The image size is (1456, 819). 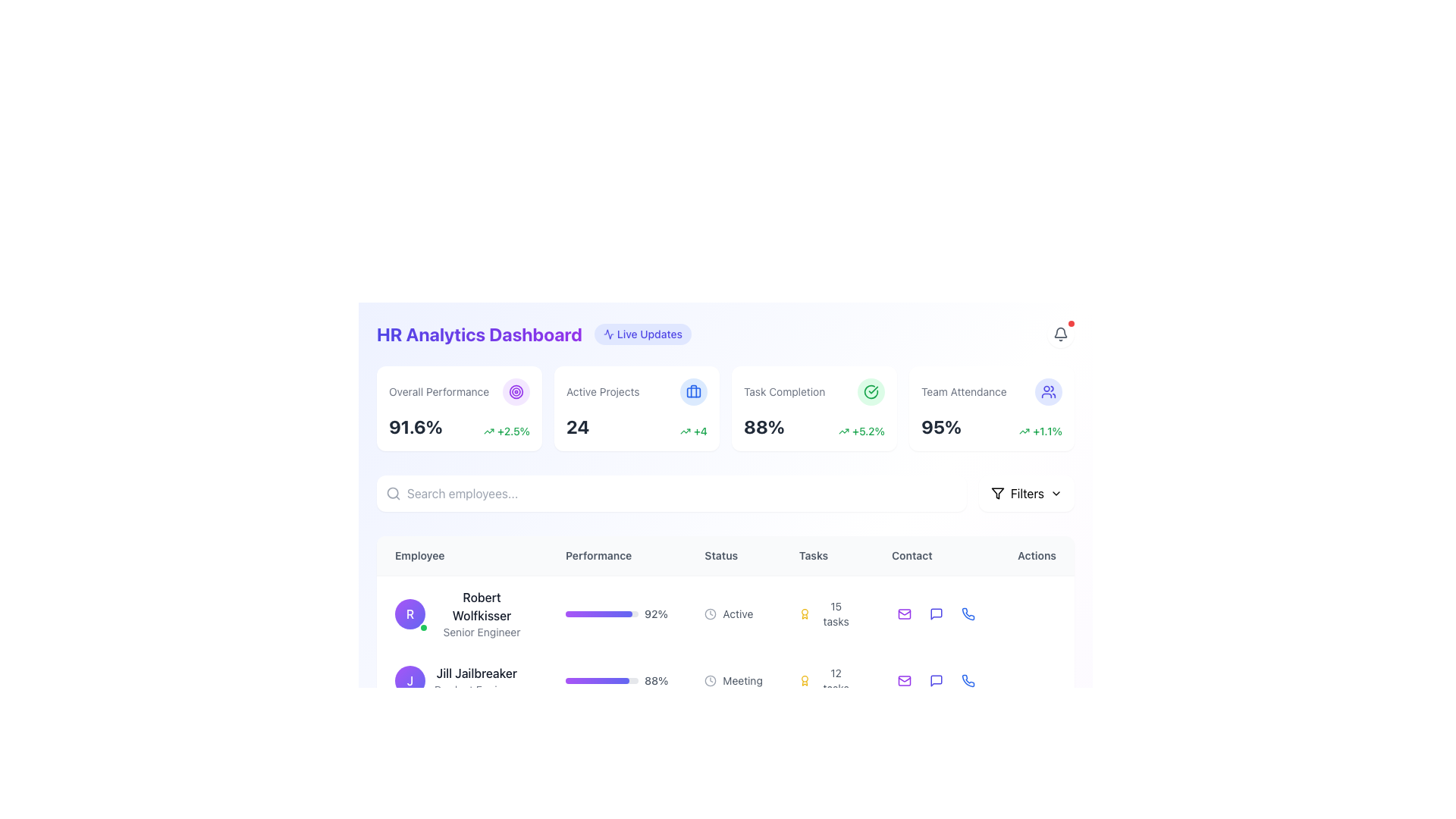 I want to click on the indigo outlined button with a chat bubble icon located on the right side of the contact actions for employee Robert Wolfkisser, which is the second button in the contact row, so click(x=936, y=614).